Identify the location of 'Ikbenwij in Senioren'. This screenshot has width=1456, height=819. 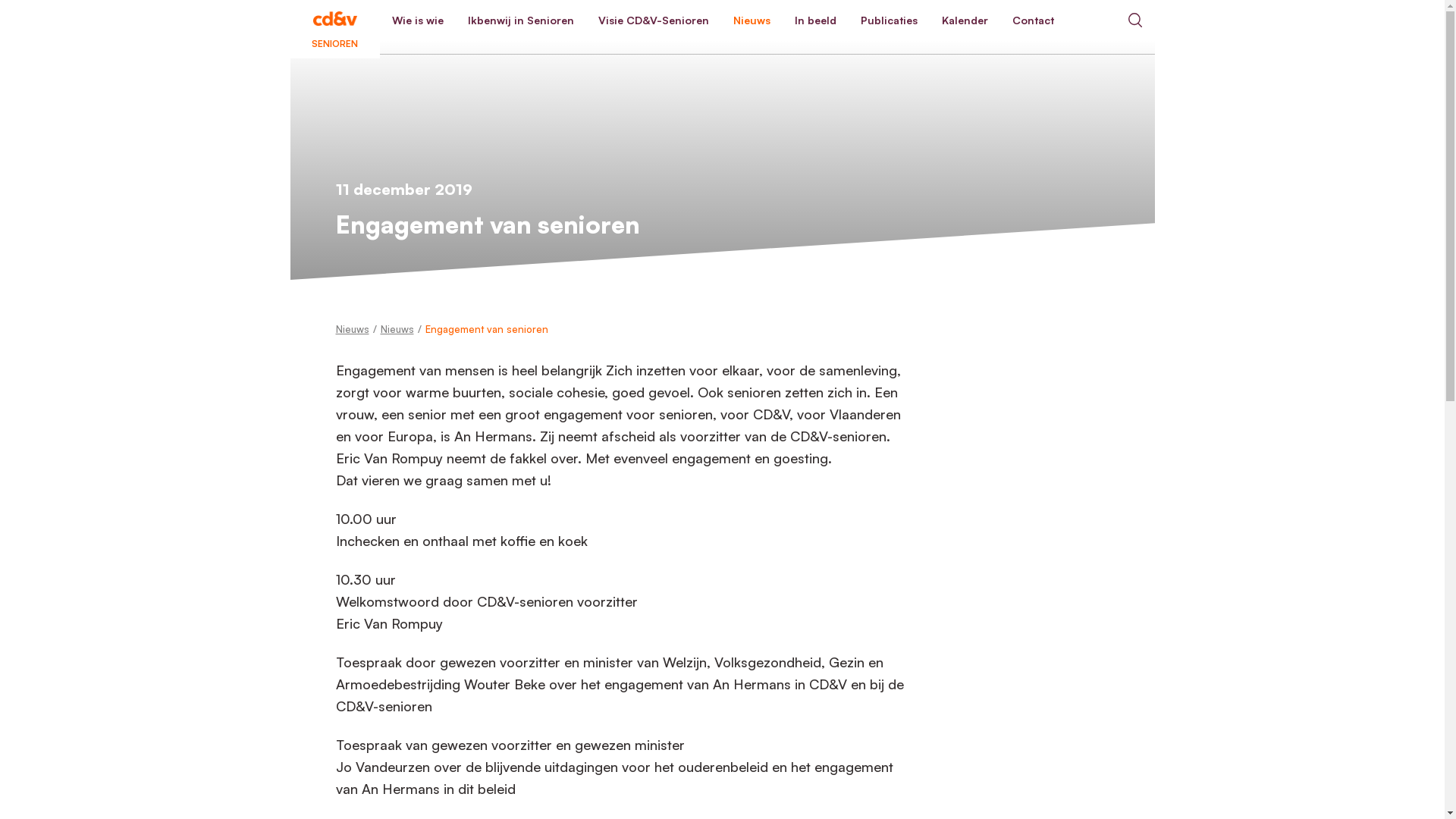
(520, 20).